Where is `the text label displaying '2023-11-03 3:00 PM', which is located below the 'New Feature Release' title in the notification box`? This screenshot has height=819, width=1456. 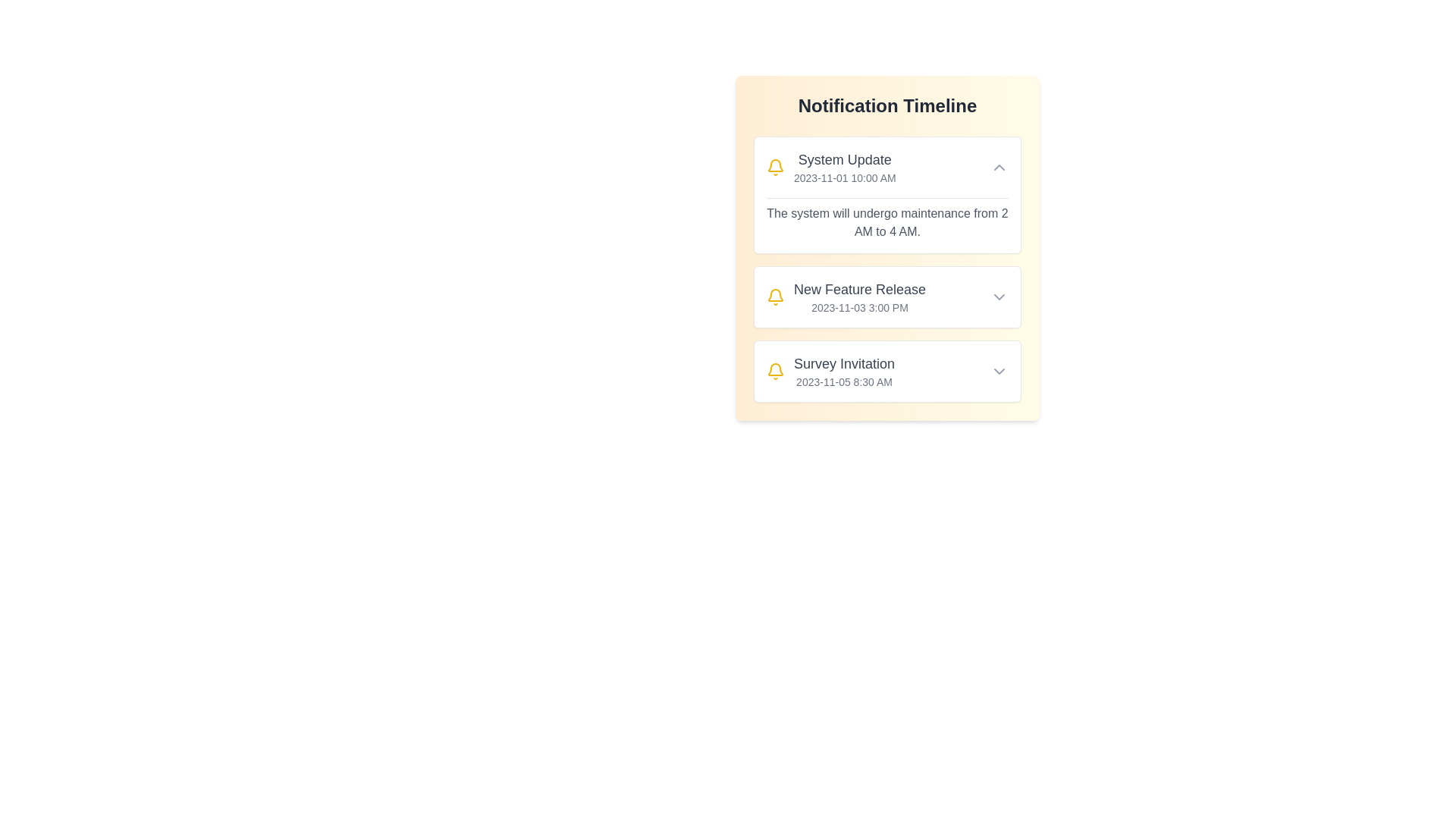 the text label displaying '2023-11-03 3:00 PM', which is located below the 'New Feature Release' title in the notification box is located at coordinates (860, 307).